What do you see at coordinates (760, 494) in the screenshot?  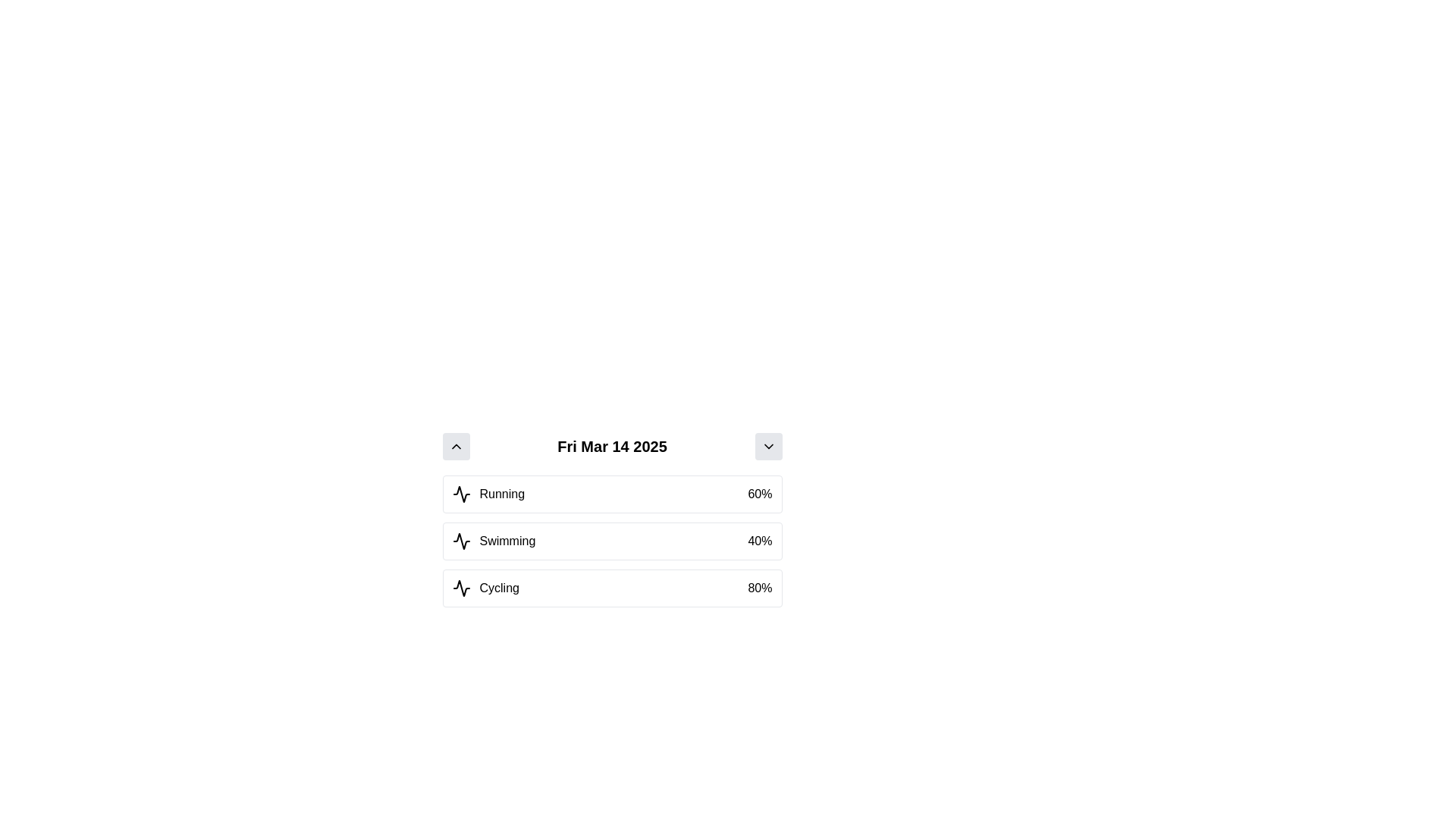 I see `the text label displaying '60%' in bold, black font, which is located in the rightmost part of the first row, aligned horizontally with 'Running' and vertically above '40%' and '80%` at bounding box center [760, 494].